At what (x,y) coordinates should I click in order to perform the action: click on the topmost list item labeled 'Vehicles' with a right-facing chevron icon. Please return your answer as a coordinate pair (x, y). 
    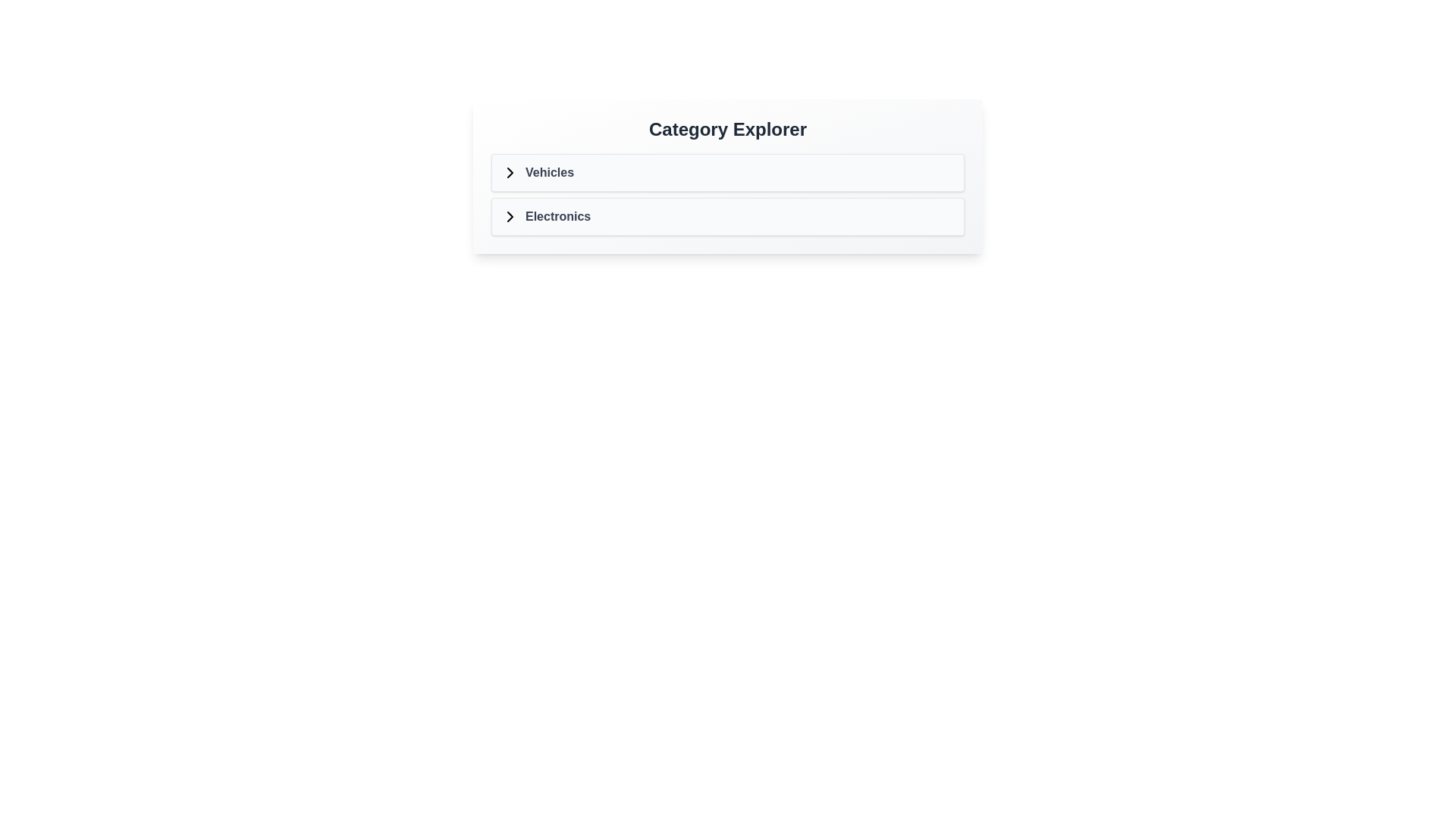
    Looking at the image, I should click on (538, 171).